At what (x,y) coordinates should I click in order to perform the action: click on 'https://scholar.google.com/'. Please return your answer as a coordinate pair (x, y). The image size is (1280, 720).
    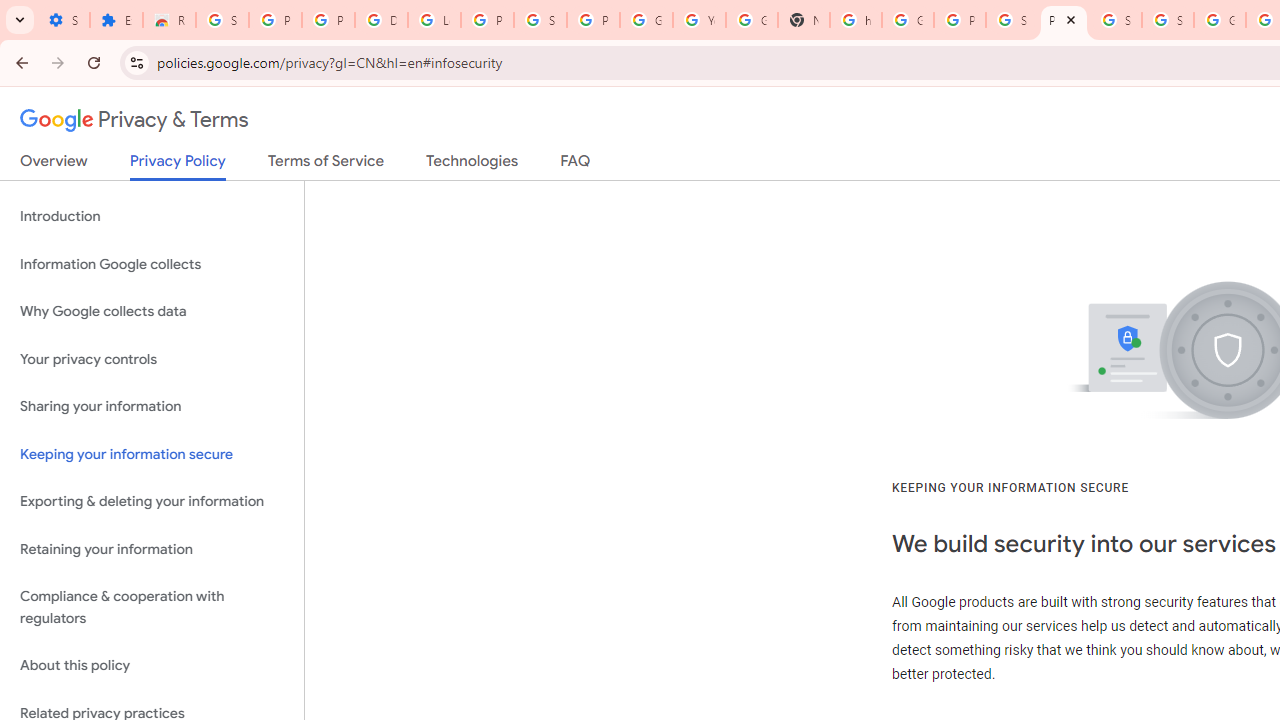
    Looking at the image, I should click on (855, 20).